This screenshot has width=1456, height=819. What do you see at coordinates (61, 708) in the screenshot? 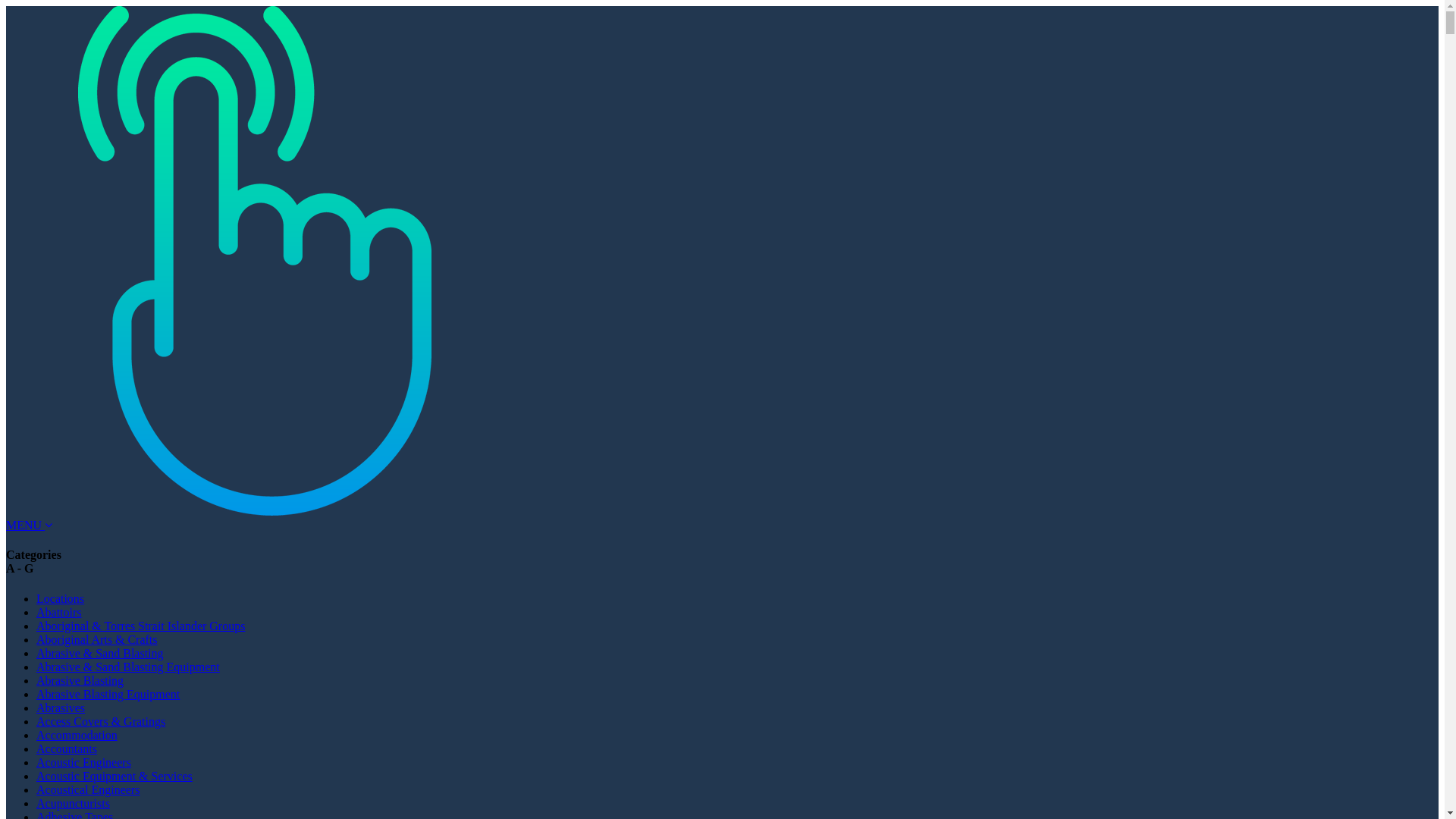
I see `'Abrasives'` at bounding box center [61, 708].